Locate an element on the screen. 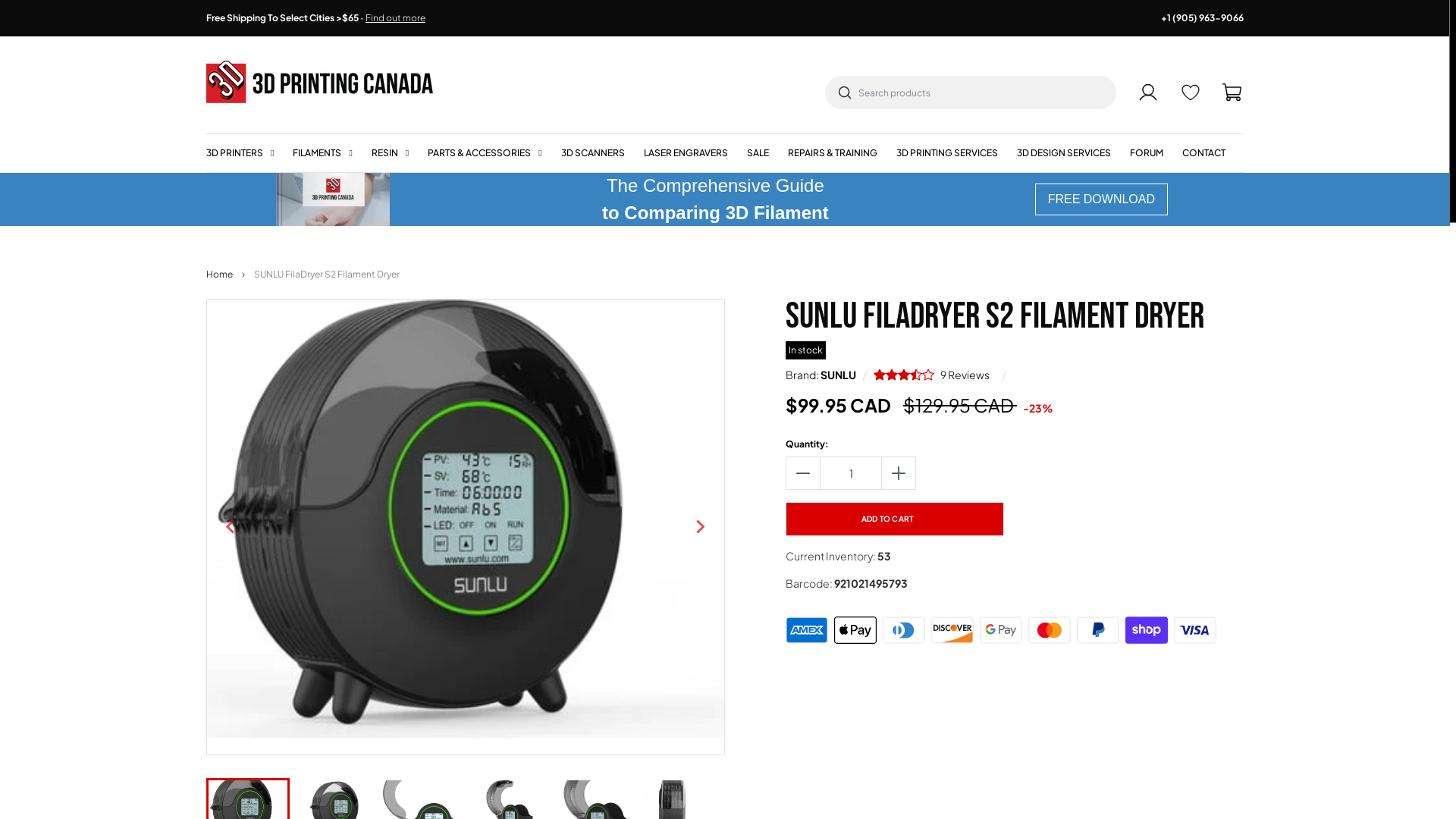  '9 Reviews' is located at coordinates (934, 374).